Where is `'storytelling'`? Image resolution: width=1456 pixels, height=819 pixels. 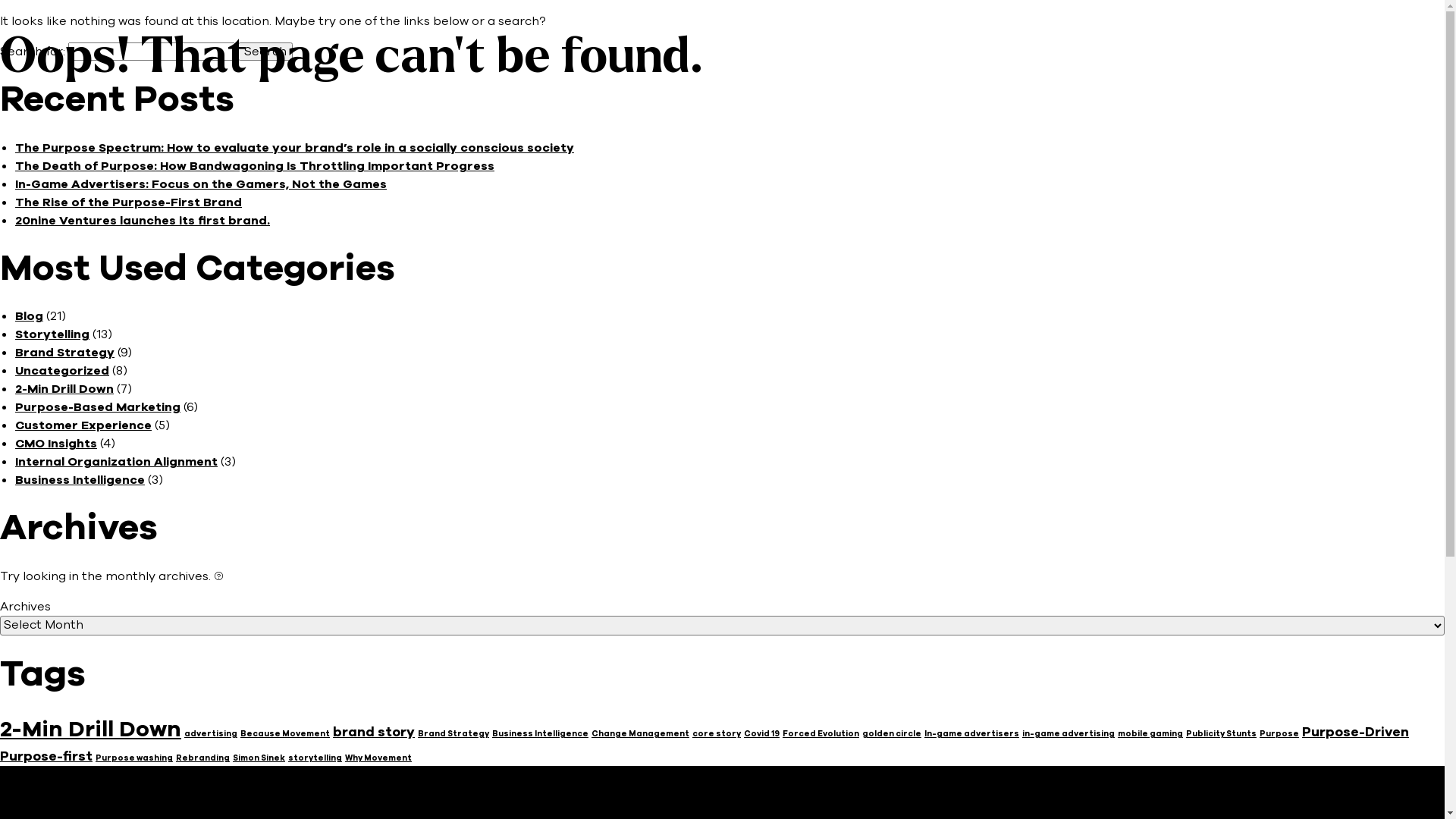
'storytelling' is located at coordinates (314, 758).